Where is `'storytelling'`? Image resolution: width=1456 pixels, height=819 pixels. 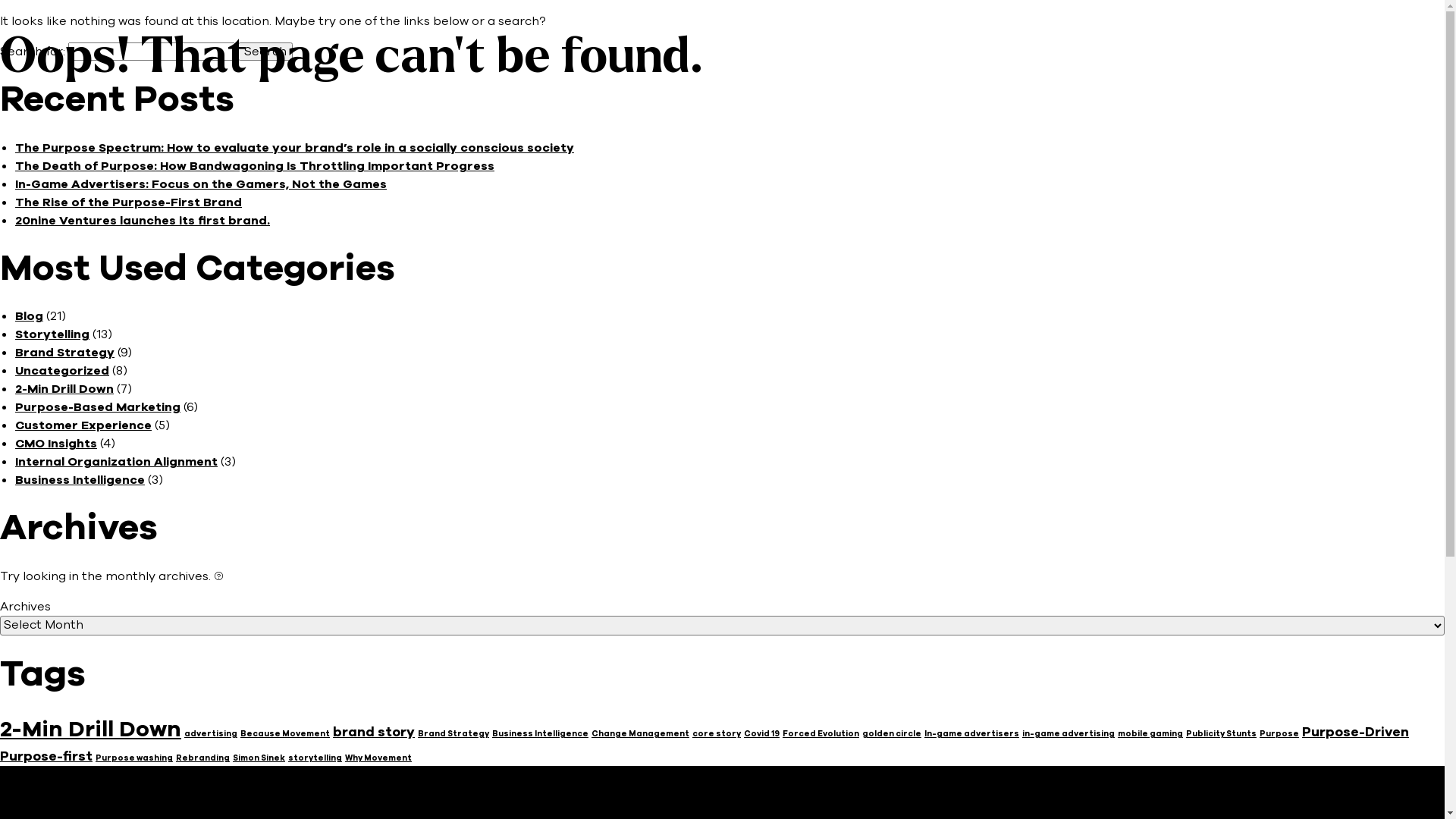
'storytelling' is located at coordinates (314, 758).